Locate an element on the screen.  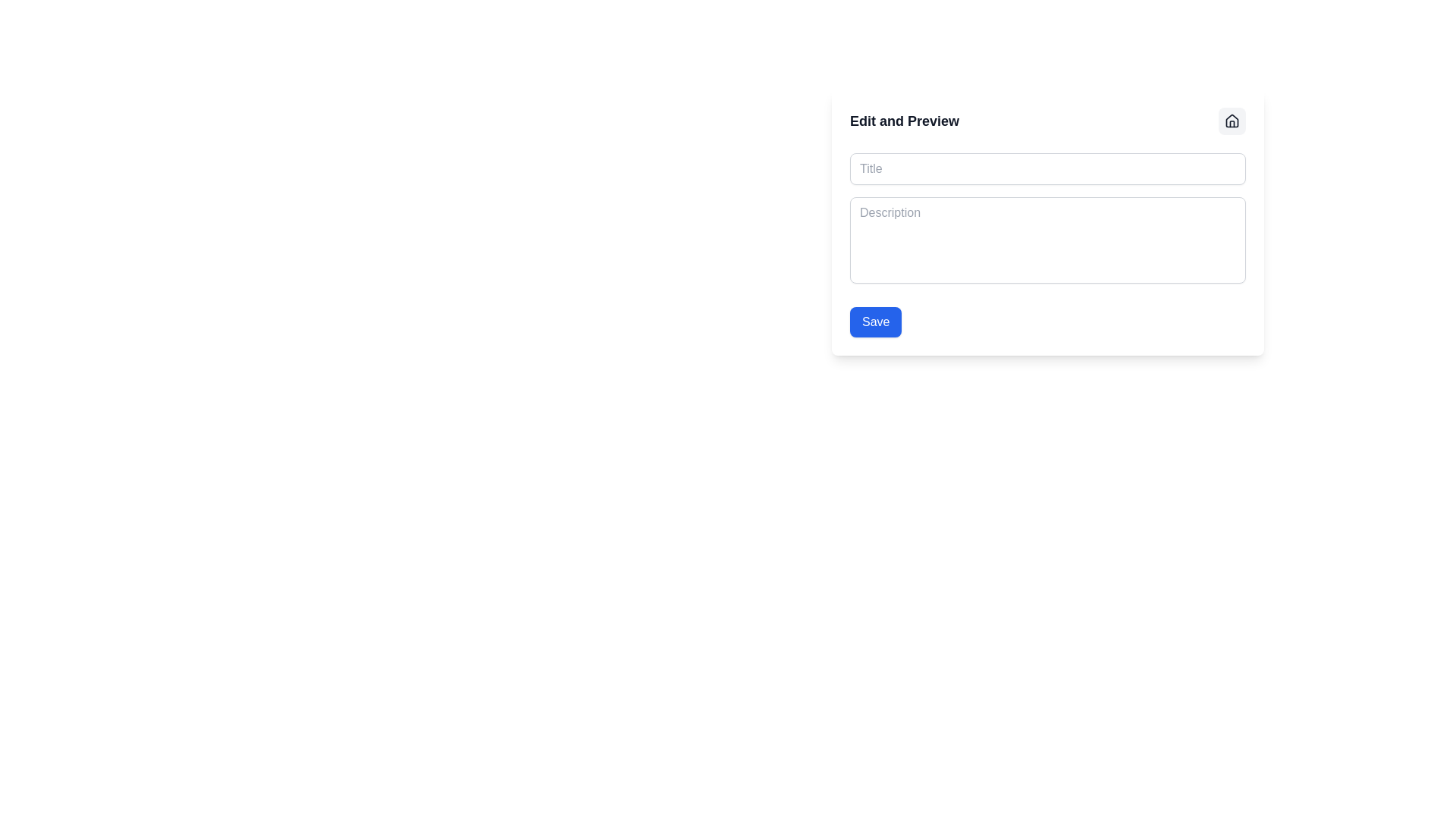
the home icon SVG graphic located at the top right corner of the user interface is located at coordinates (1232, 119).